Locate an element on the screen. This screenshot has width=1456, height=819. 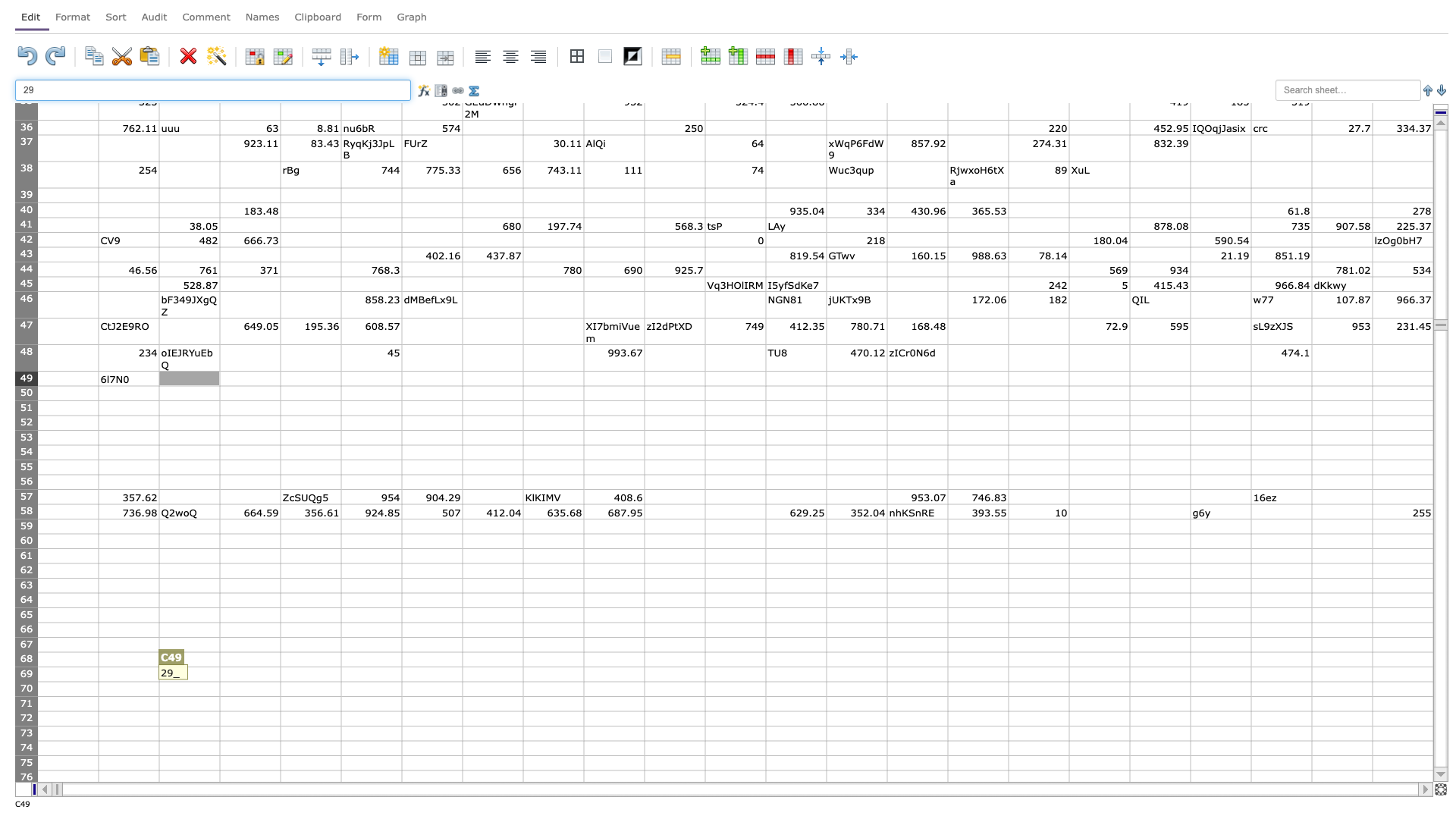
Fill handle of cell F-69 is located at coordinates (401, 680).